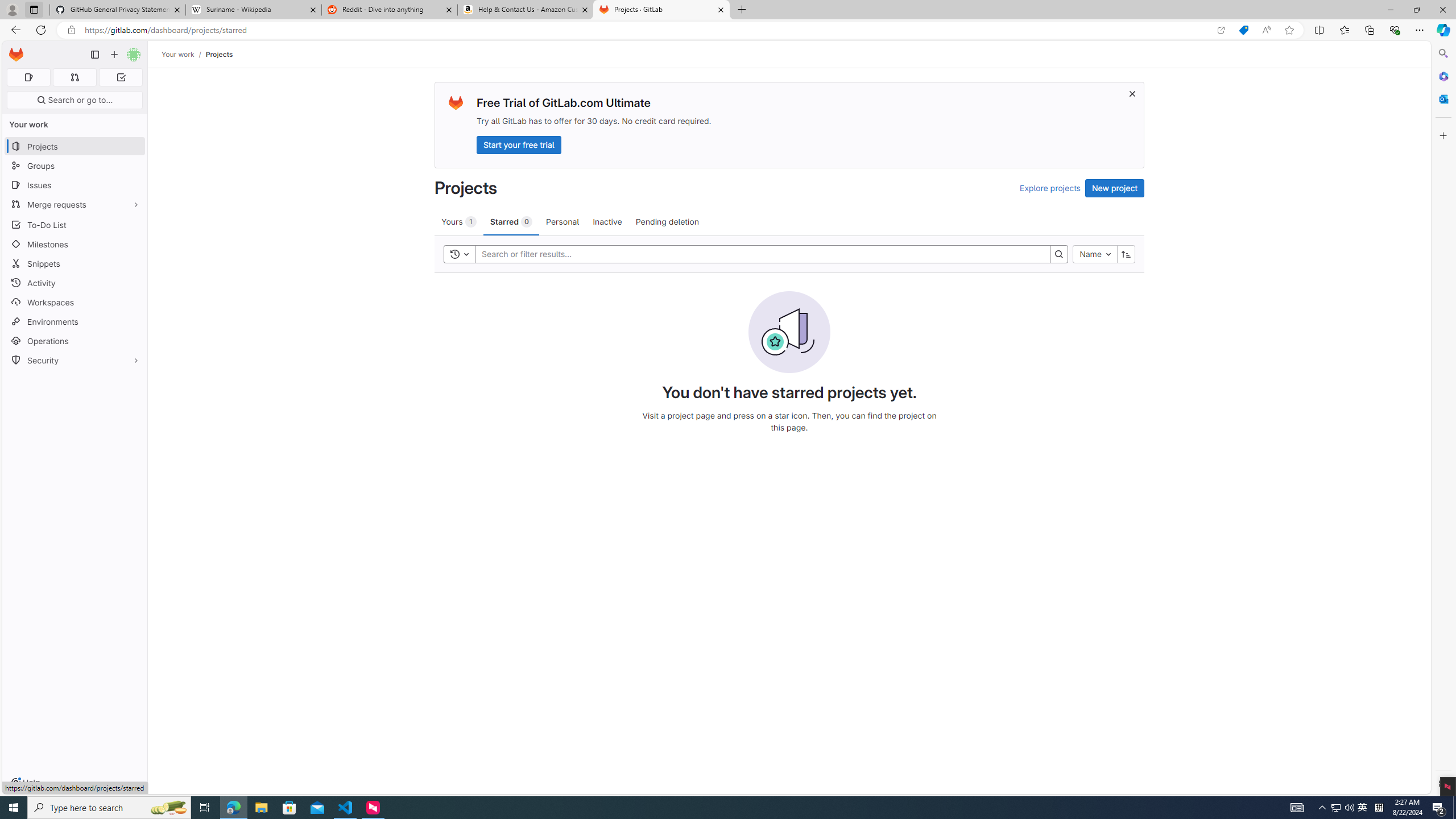 This screenshot has width=1456, height=819. What do you see at coordinates (459, 254) in the screenshot?
I see `'Toggle history'` at bounding box center [459, 254].